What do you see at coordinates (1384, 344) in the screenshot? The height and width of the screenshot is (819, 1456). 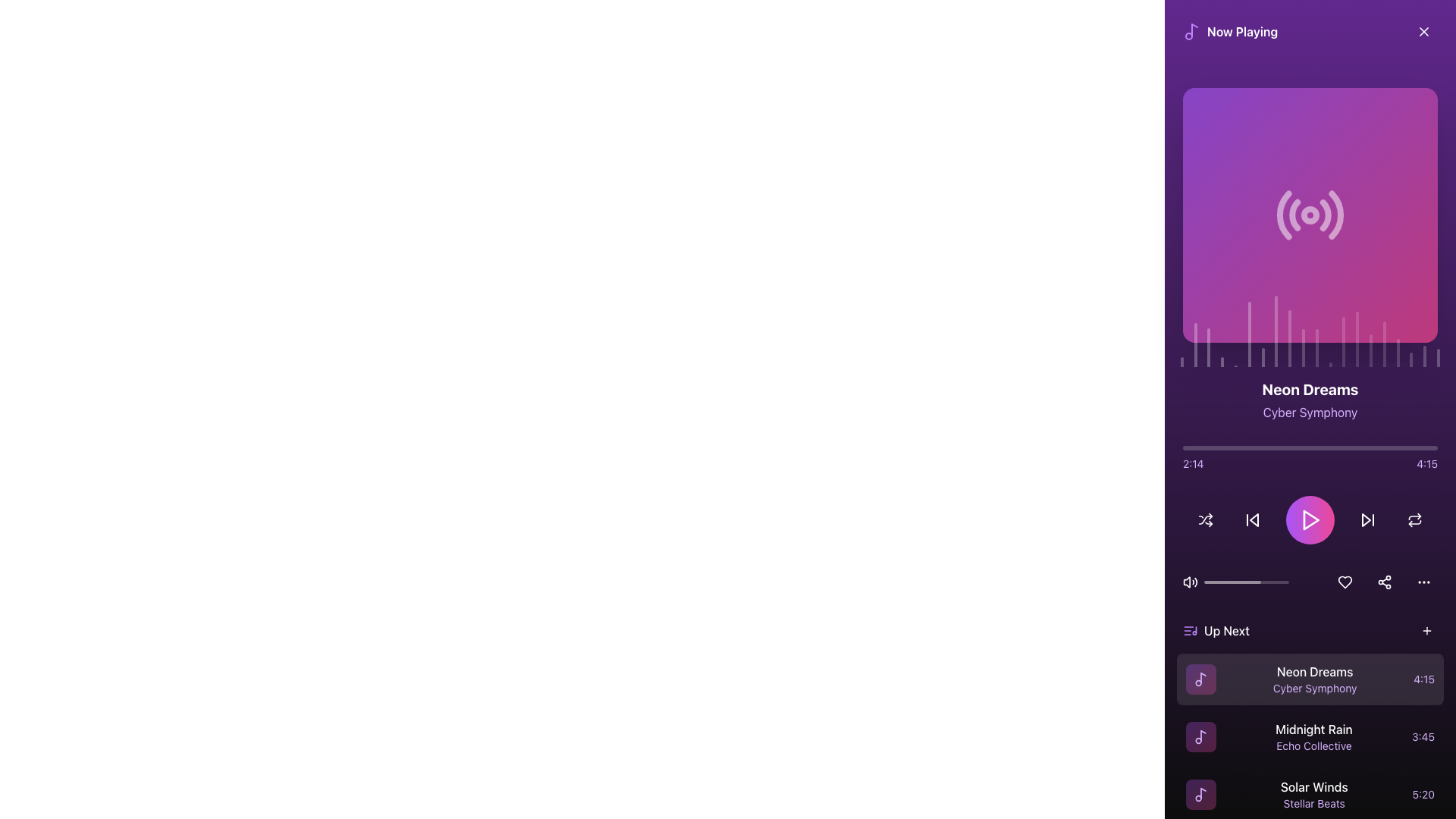 I see `the 16th bar of the waveform progress indicator located on the right side of the waveform visualization in the media player interface` at bounding box center [1384, 344].